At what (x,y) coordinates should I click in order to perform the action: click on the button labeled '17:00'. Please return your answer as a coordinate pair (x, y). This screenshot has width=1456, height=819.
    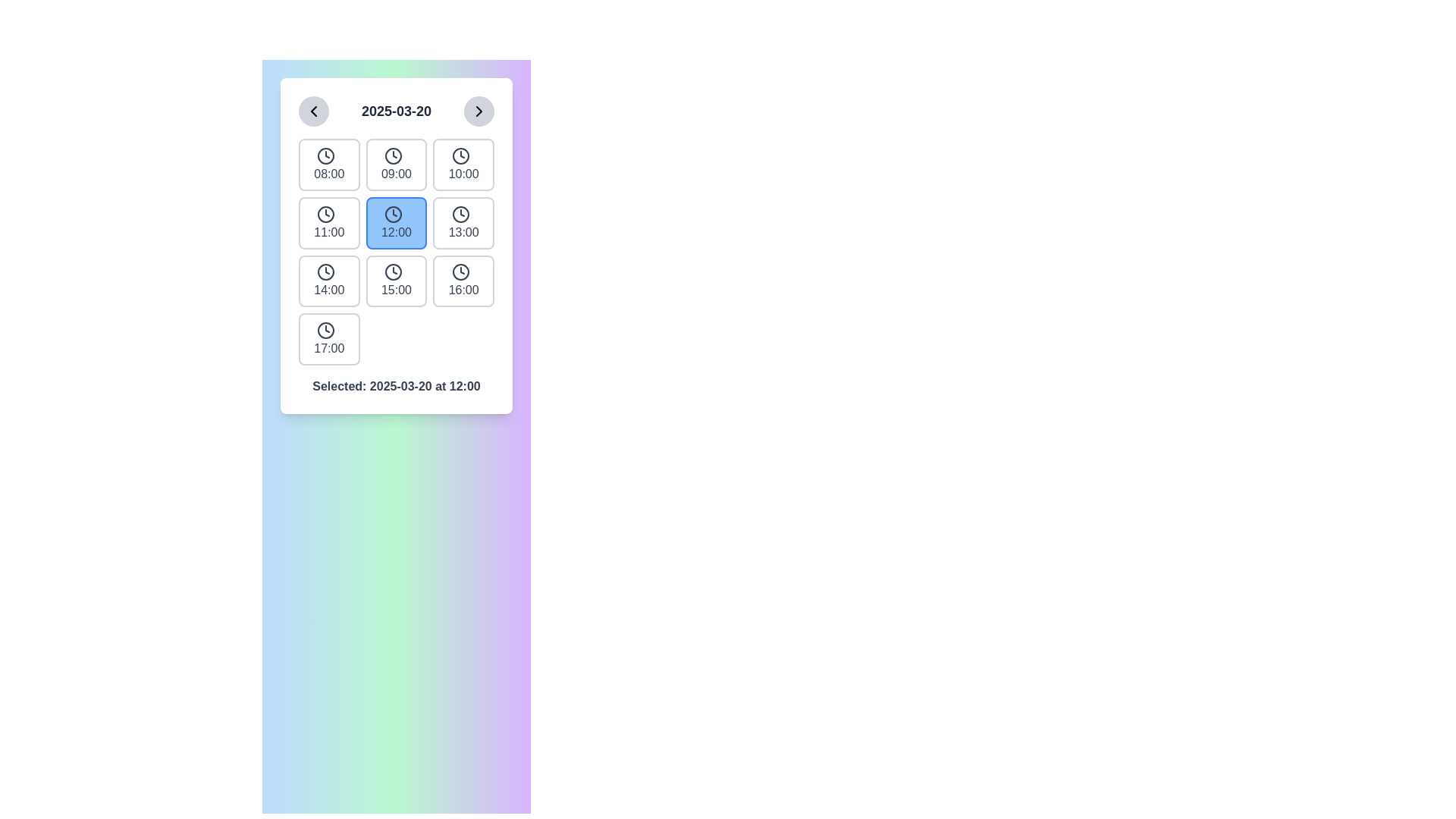
    Looking at the image, I should click on (328, 338).